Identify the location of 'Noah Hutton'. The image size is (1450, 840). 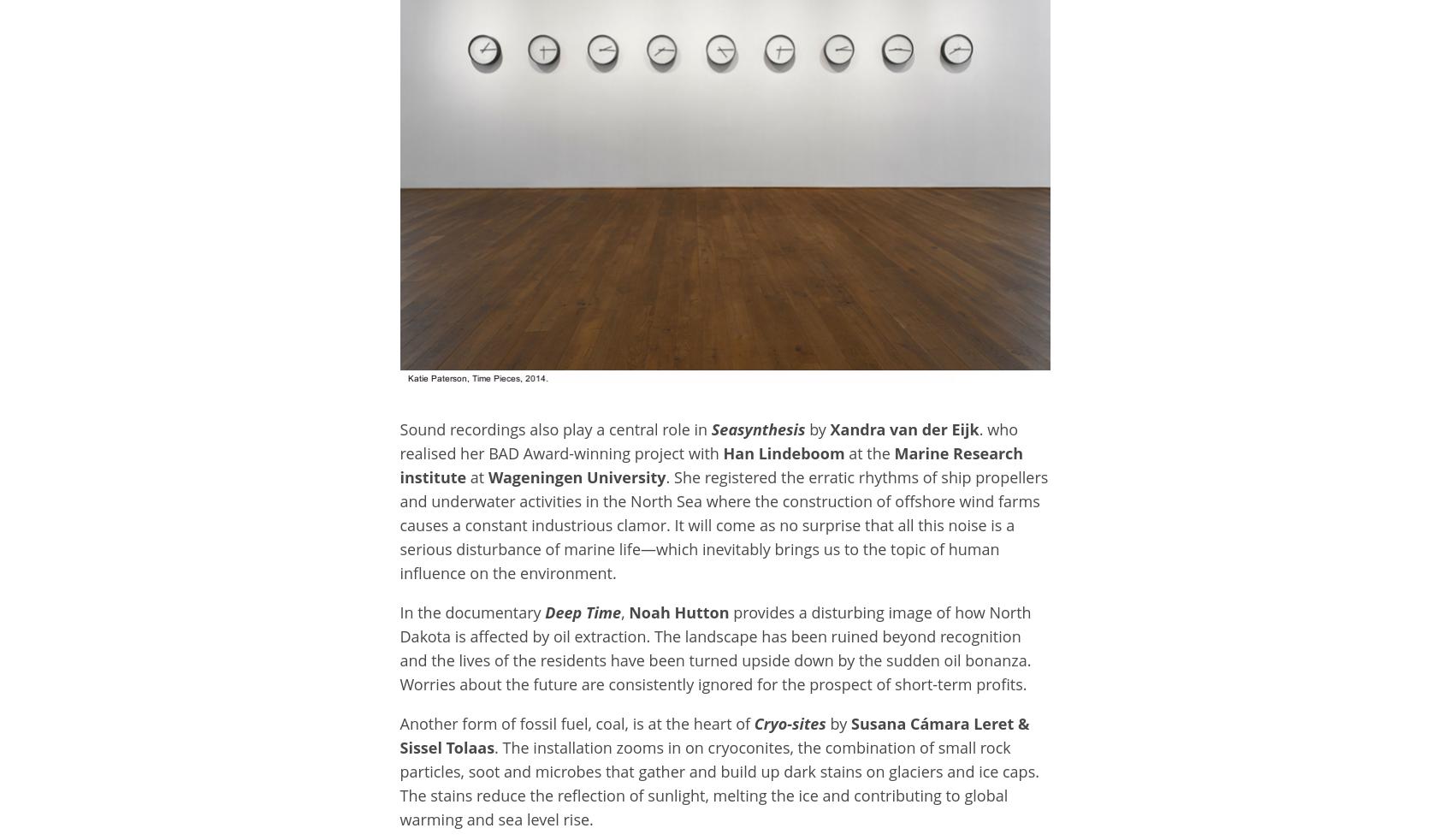
(678, 611).